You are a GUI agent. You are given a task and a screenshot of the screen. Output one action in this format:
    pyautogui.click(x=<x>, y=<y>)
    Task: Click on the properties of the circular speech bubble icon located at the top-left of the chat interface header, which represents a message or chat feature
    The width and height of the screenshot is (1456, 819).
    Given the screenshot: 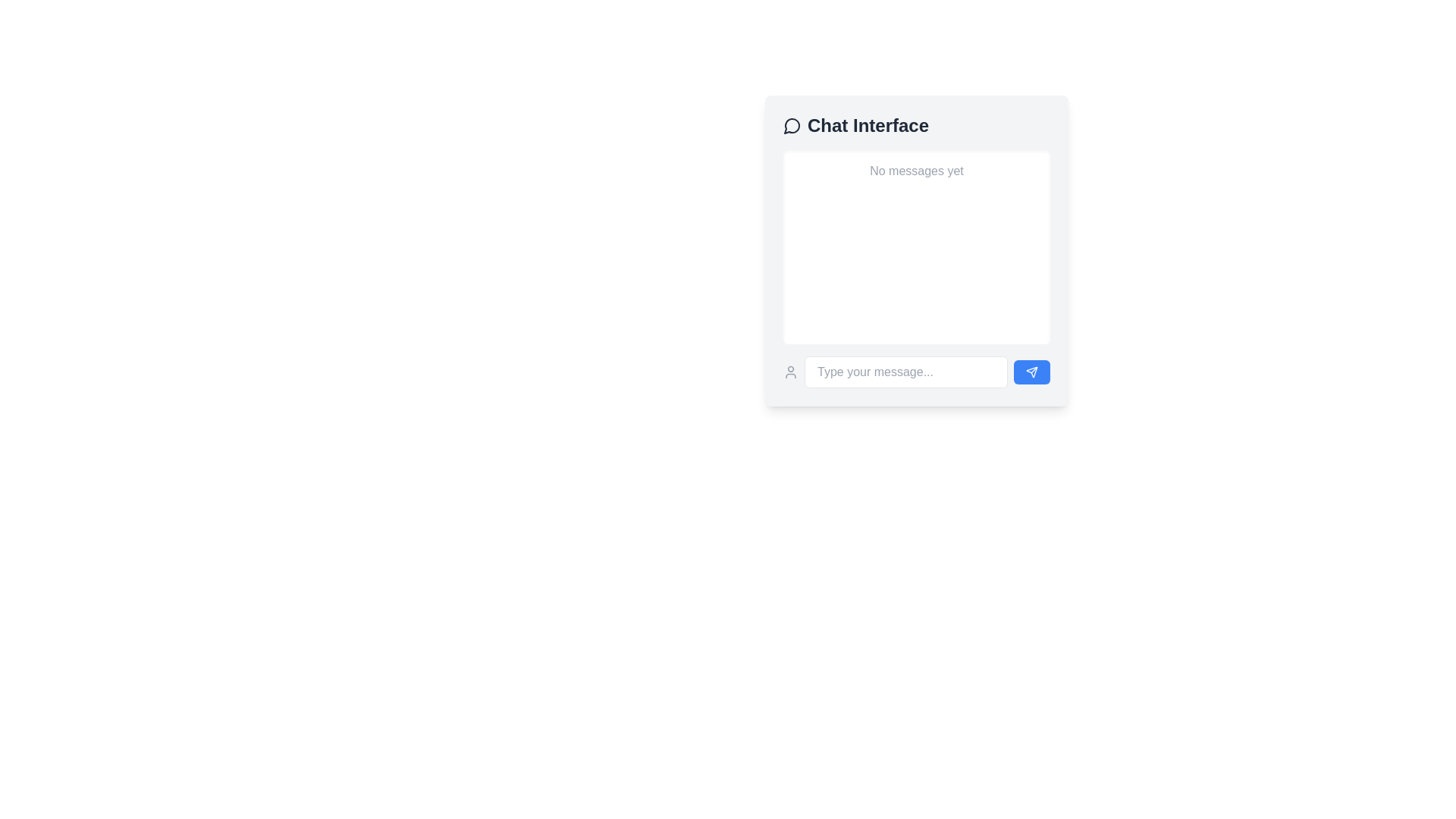 What is the action you would take?
    pyautogui.click(x=791, y=125)
    